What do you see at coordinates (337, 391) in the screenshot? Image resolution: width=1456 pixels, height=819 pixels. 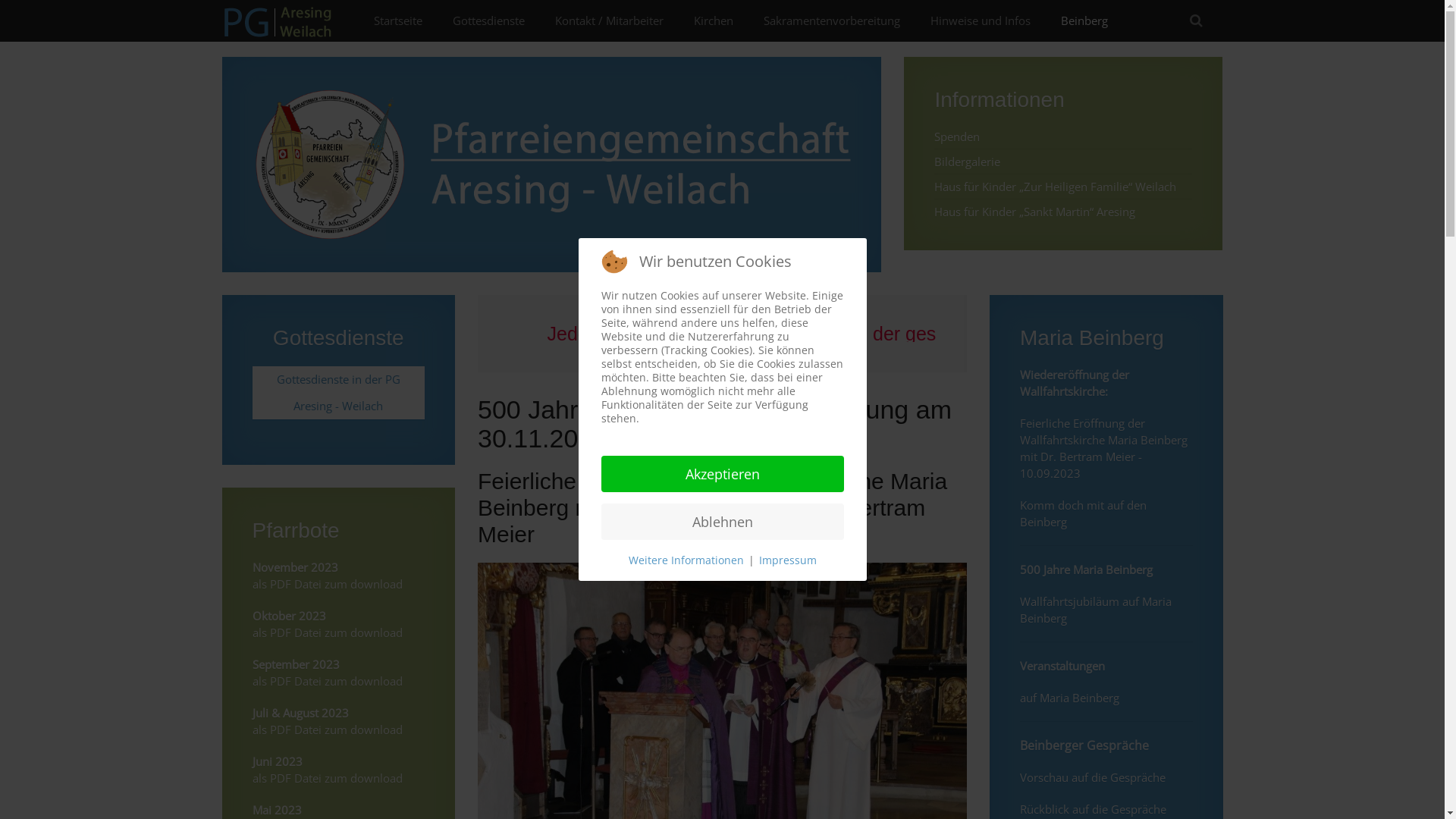 I see `'Gottesdienste in der PG Aresing - Weilach'` at bounding box center [337, 391].